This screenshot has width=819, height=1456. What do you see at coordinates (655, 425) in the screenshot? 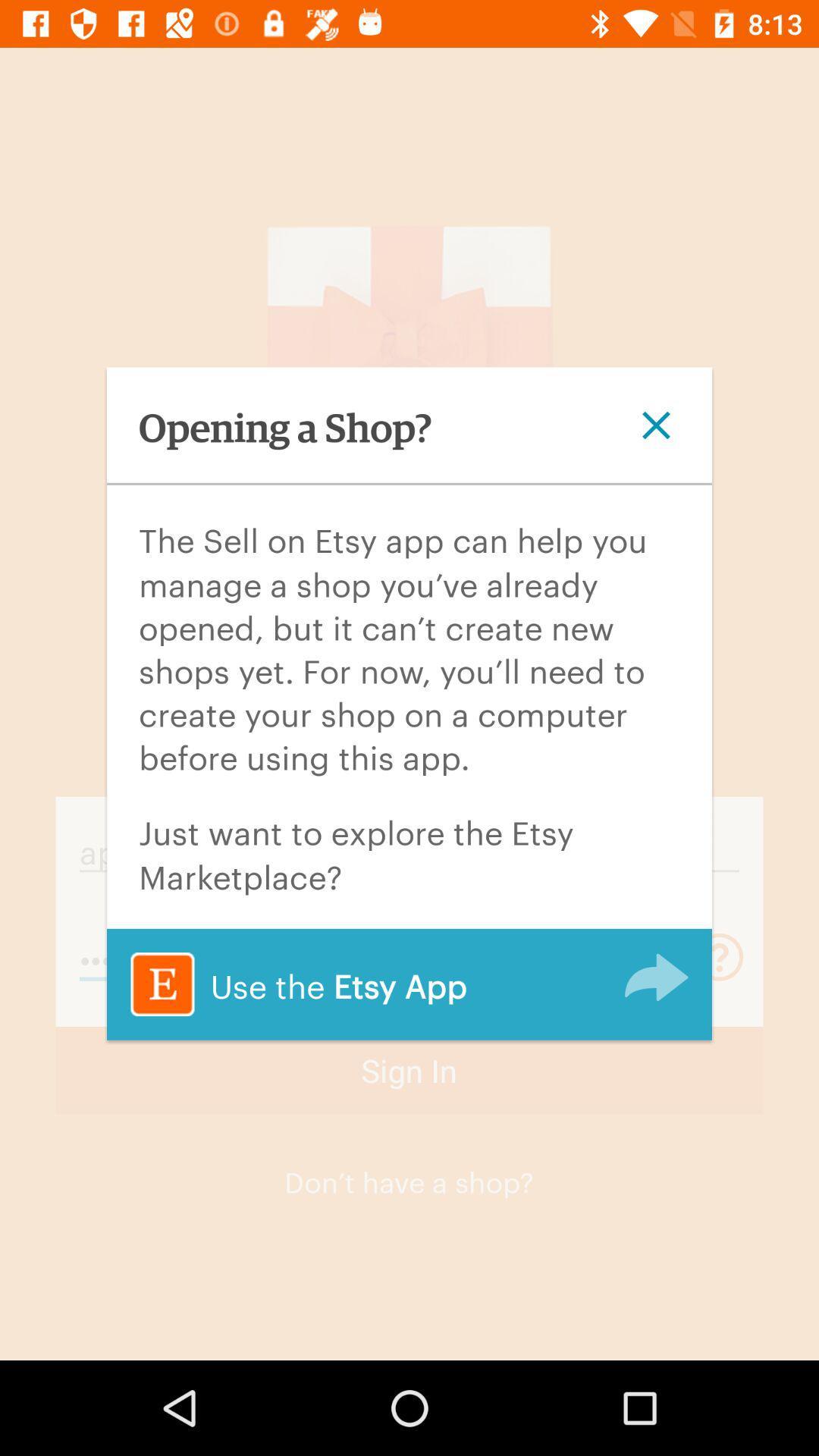
I see `item at the top right corner` at bounding box center [655, 425].